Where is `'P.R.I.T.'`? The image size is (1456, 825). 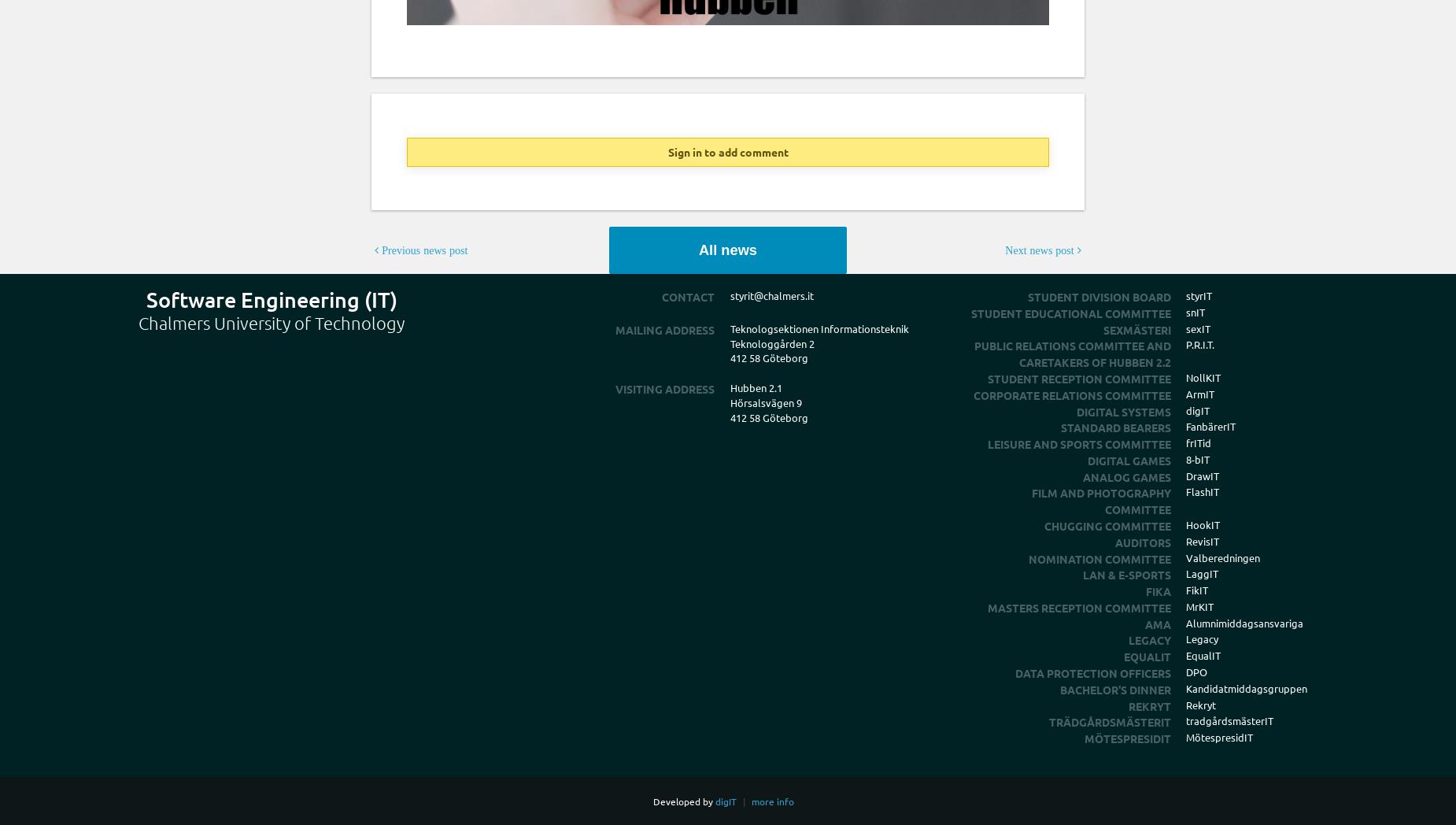
'P.R.I.T.' is located at coordinates (1199, 343).